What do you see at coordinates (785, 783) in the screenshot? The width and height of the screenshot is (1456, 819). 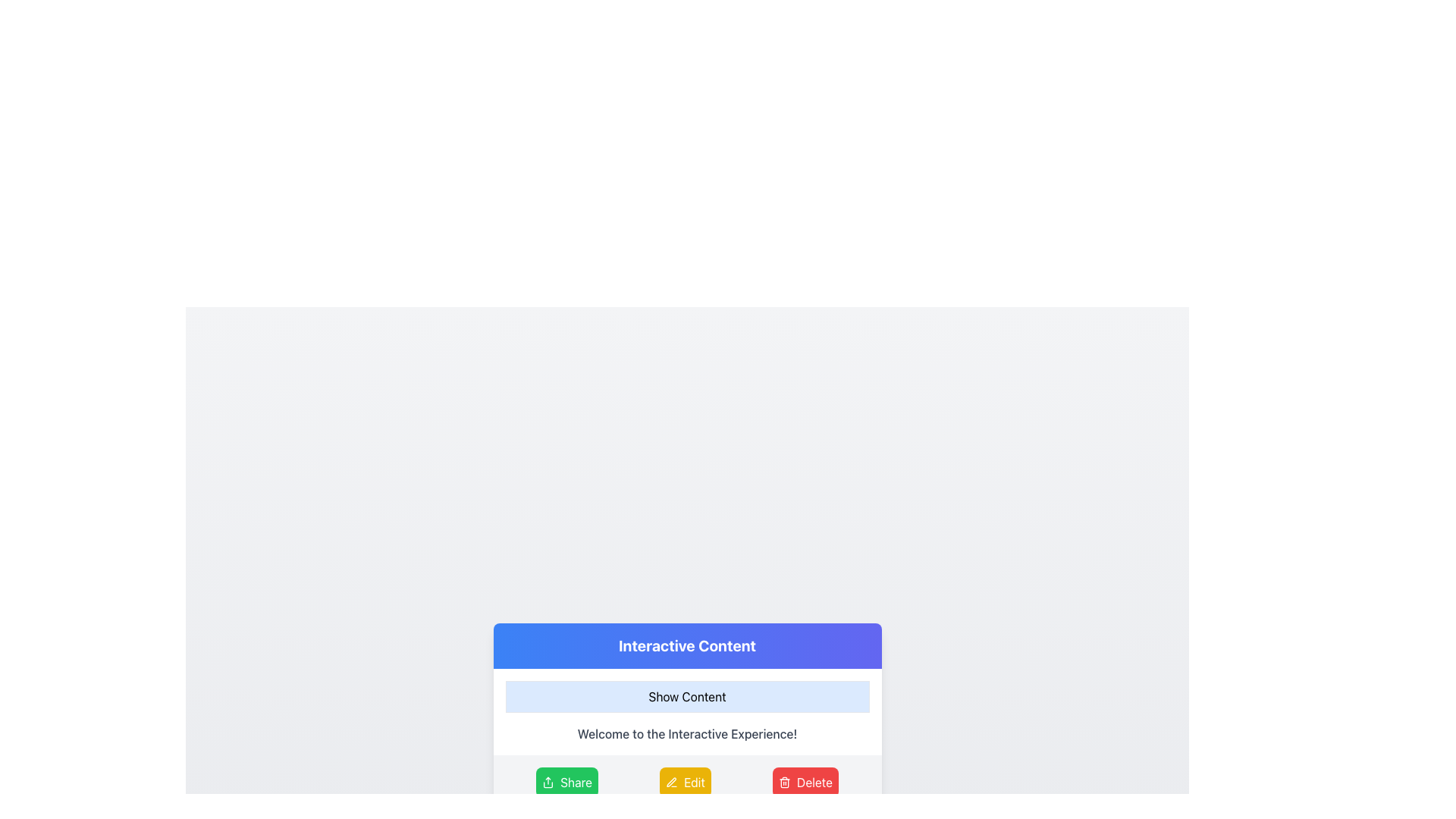 I see `the trash can icon located to the left of the 'Delete' button at the bottom of the interface, which signifies a delete action` at bounding box center [785, 783].